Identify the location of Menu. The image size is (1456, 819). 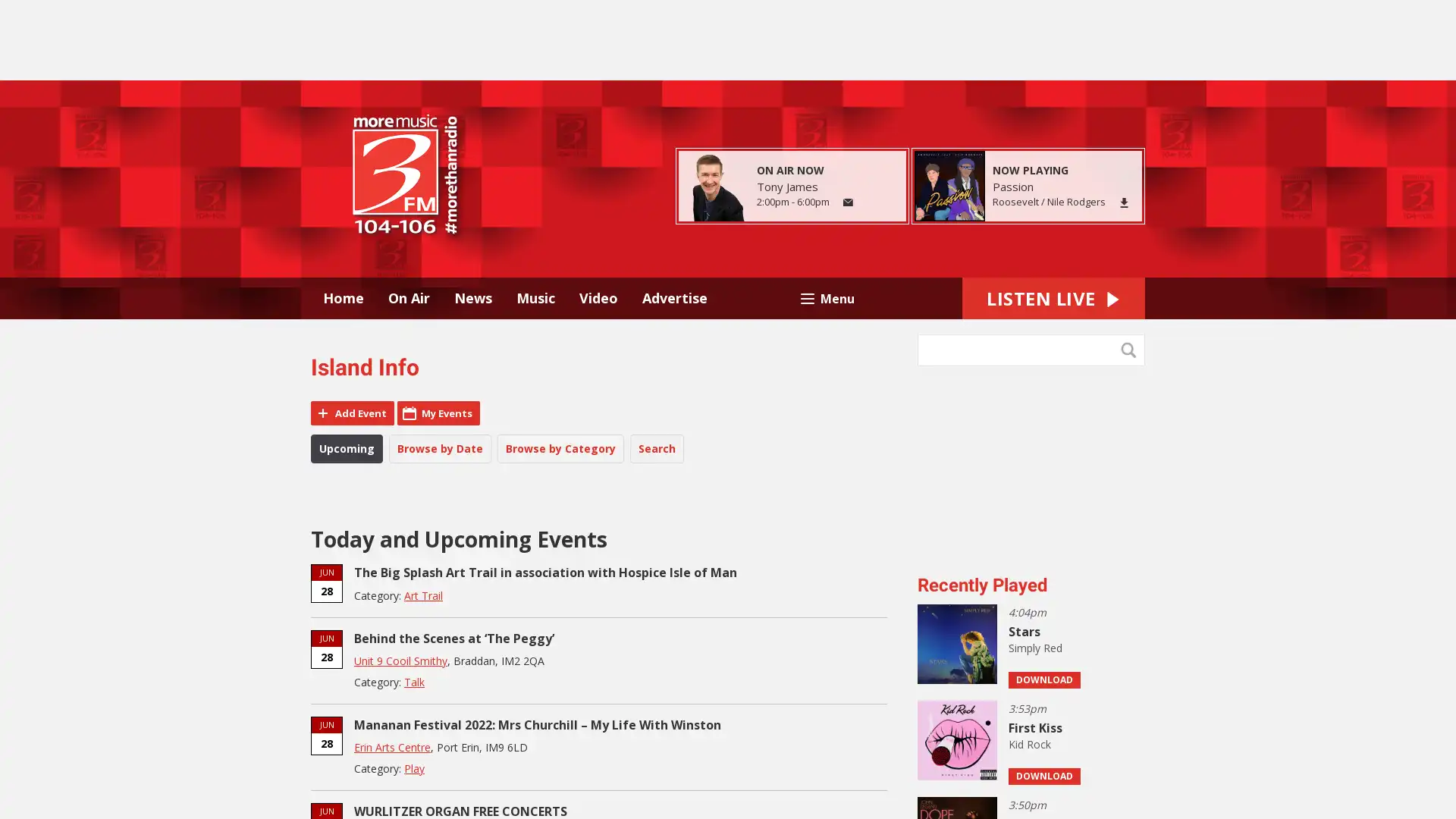
(826, 297).